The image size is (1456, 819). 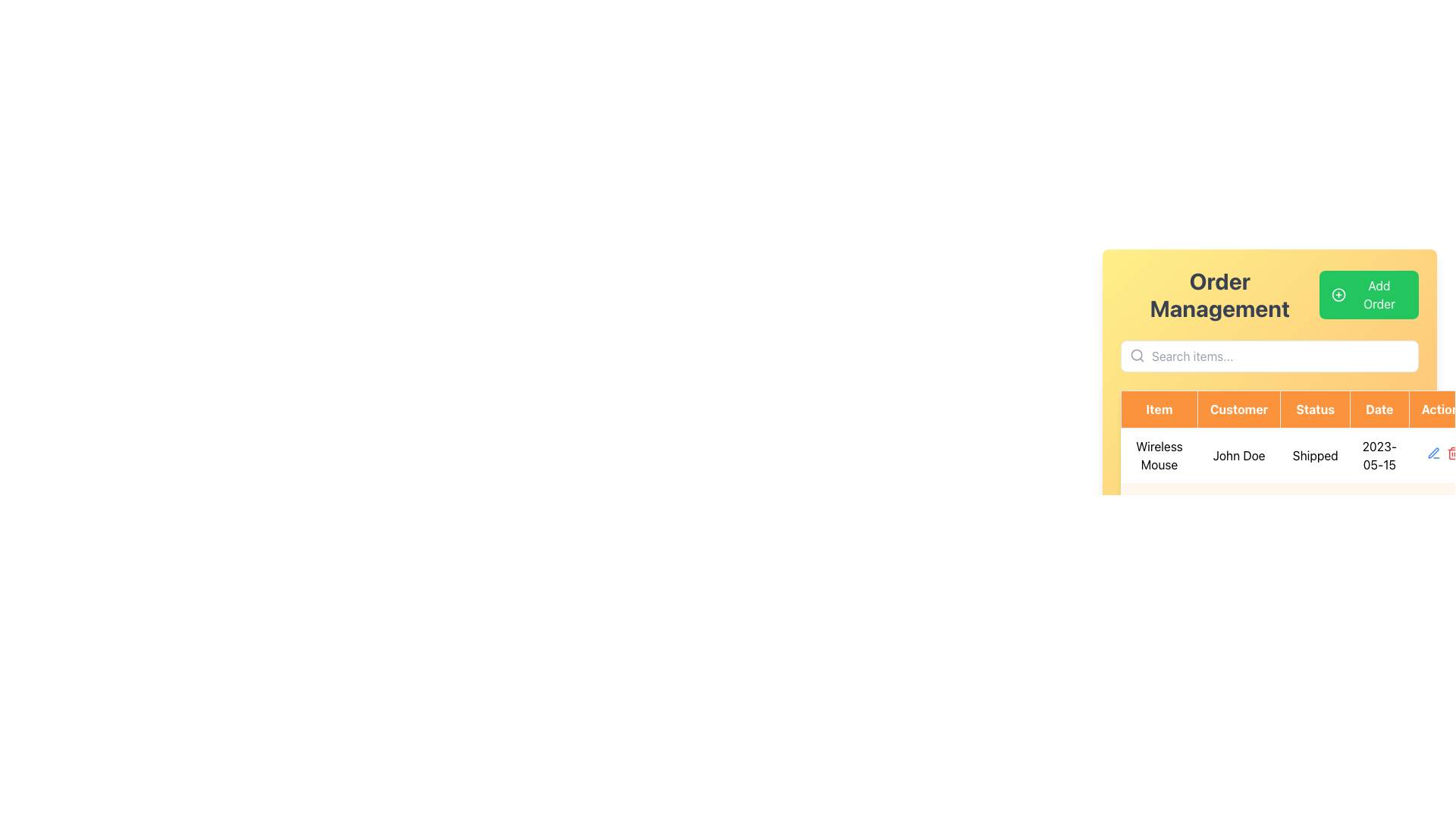 I want to click on the TableHeader labeled 'Customer', which is the second header from the left in a row of column headers within a table component, styled with an orange background and white text, so click(x=1269, y=402).